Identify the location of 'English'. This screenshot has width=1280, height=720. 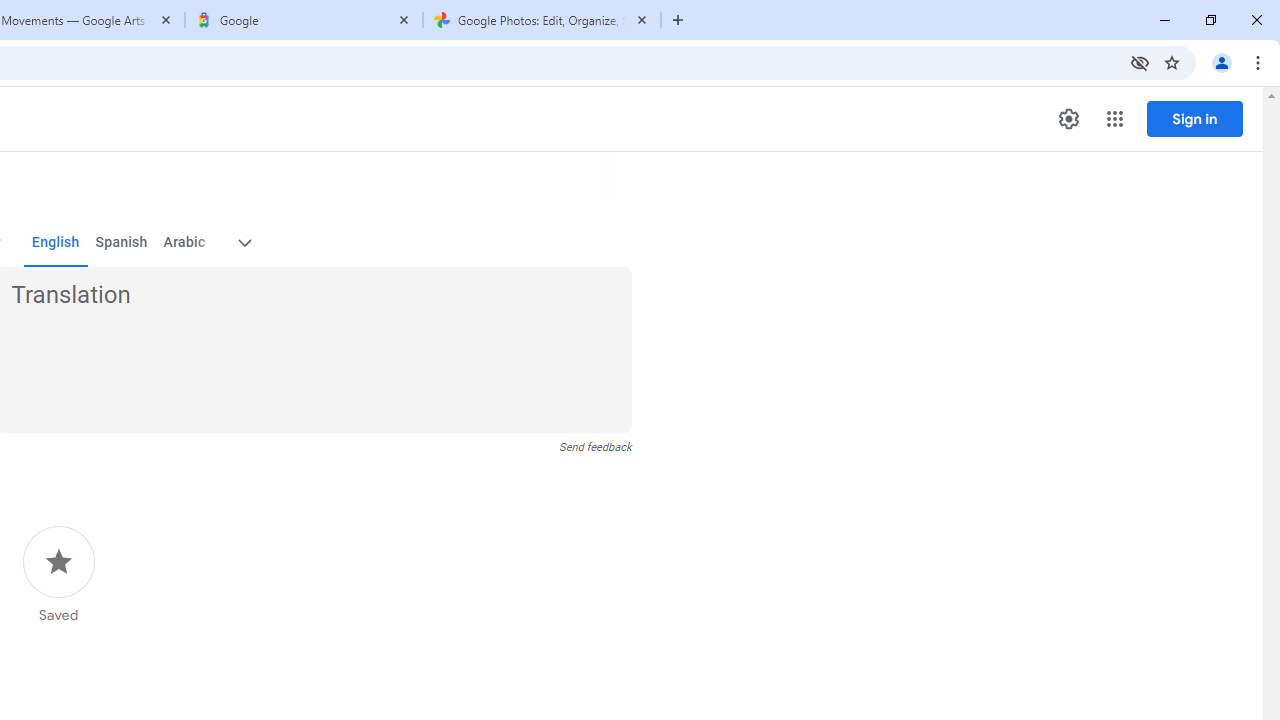
(55, 242).